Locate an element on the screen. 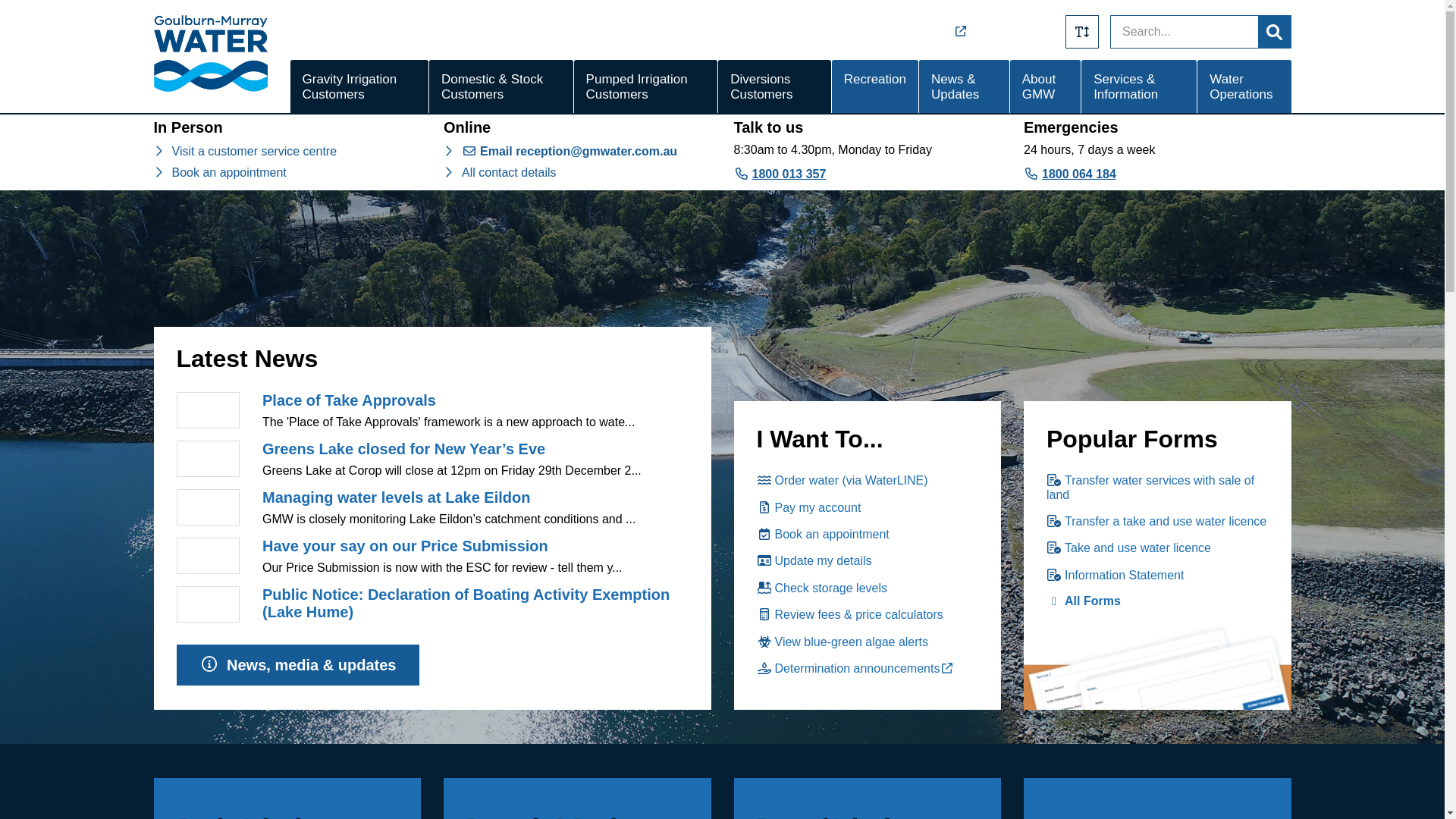 This screenshot has height=819, width=1456. 'All contact details' is located at coordinates (509, 171).